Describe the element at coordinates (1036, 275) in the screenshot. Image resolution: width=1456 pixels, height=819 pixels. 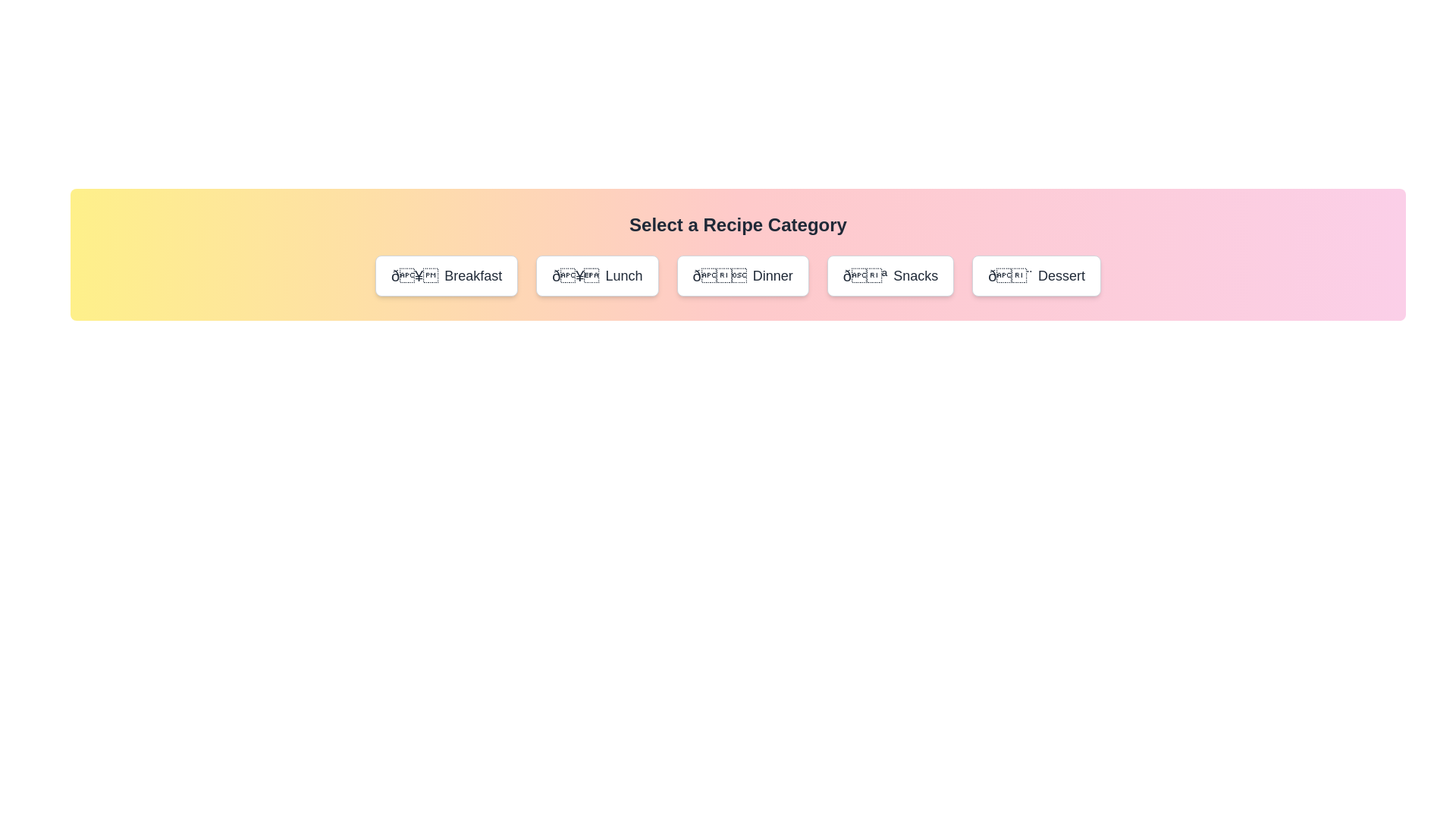
I see `the button corresponding to the category Dessert` at that location.